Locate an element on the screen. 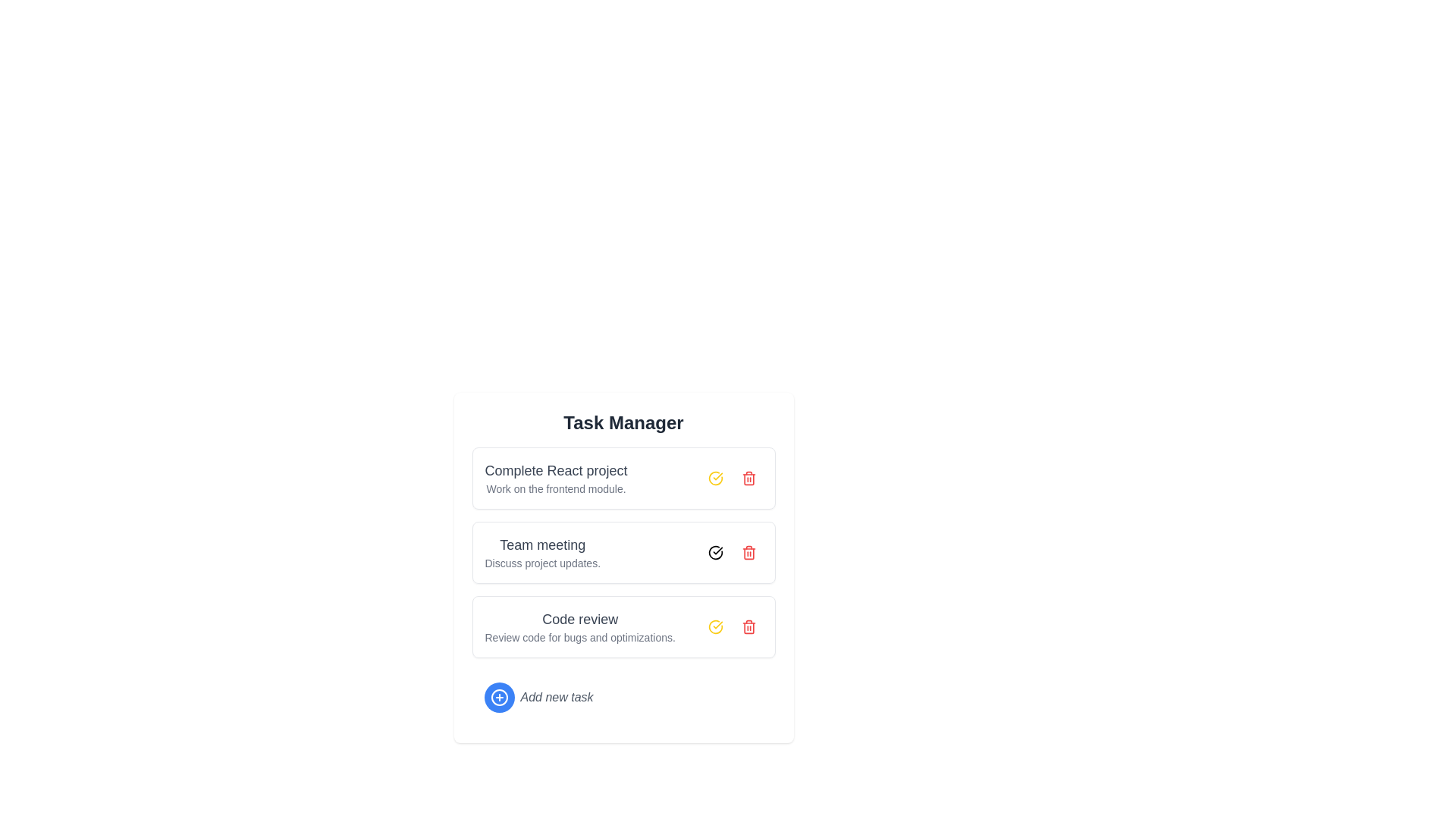 This screenshot has width=1456, height=819. the static text label that describes the purpose of adding a new task, positioned to the right of the blue circular '+' icon is located at coordinates (556, 698).